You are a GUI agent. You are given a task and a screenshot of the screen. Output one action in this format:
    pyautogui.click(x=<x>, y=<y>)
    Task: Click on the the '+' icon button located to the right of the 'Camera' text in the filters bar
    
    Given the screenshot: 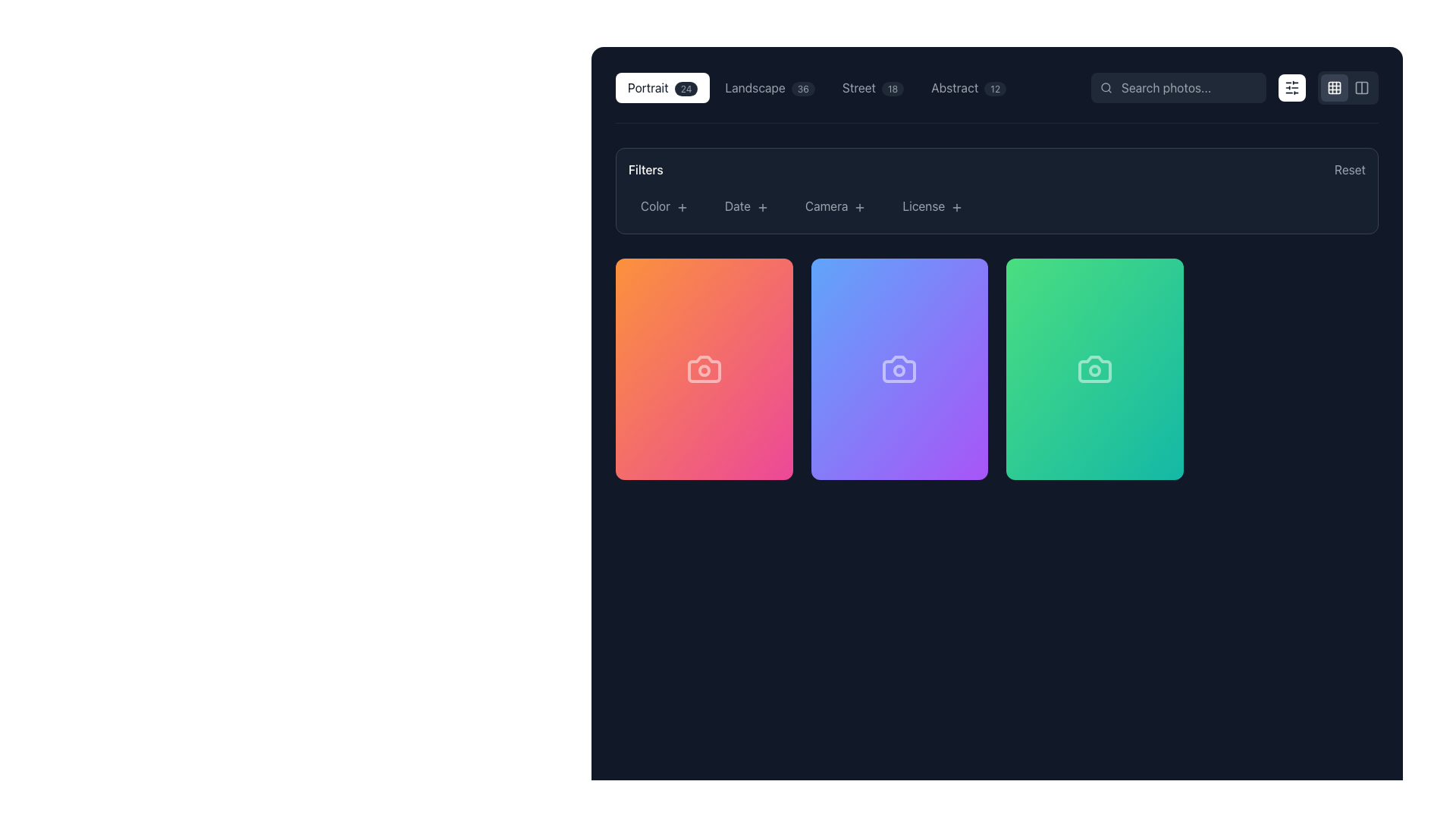 What is the action you would take?
    pyautogui.click(x=860, y=207)
    